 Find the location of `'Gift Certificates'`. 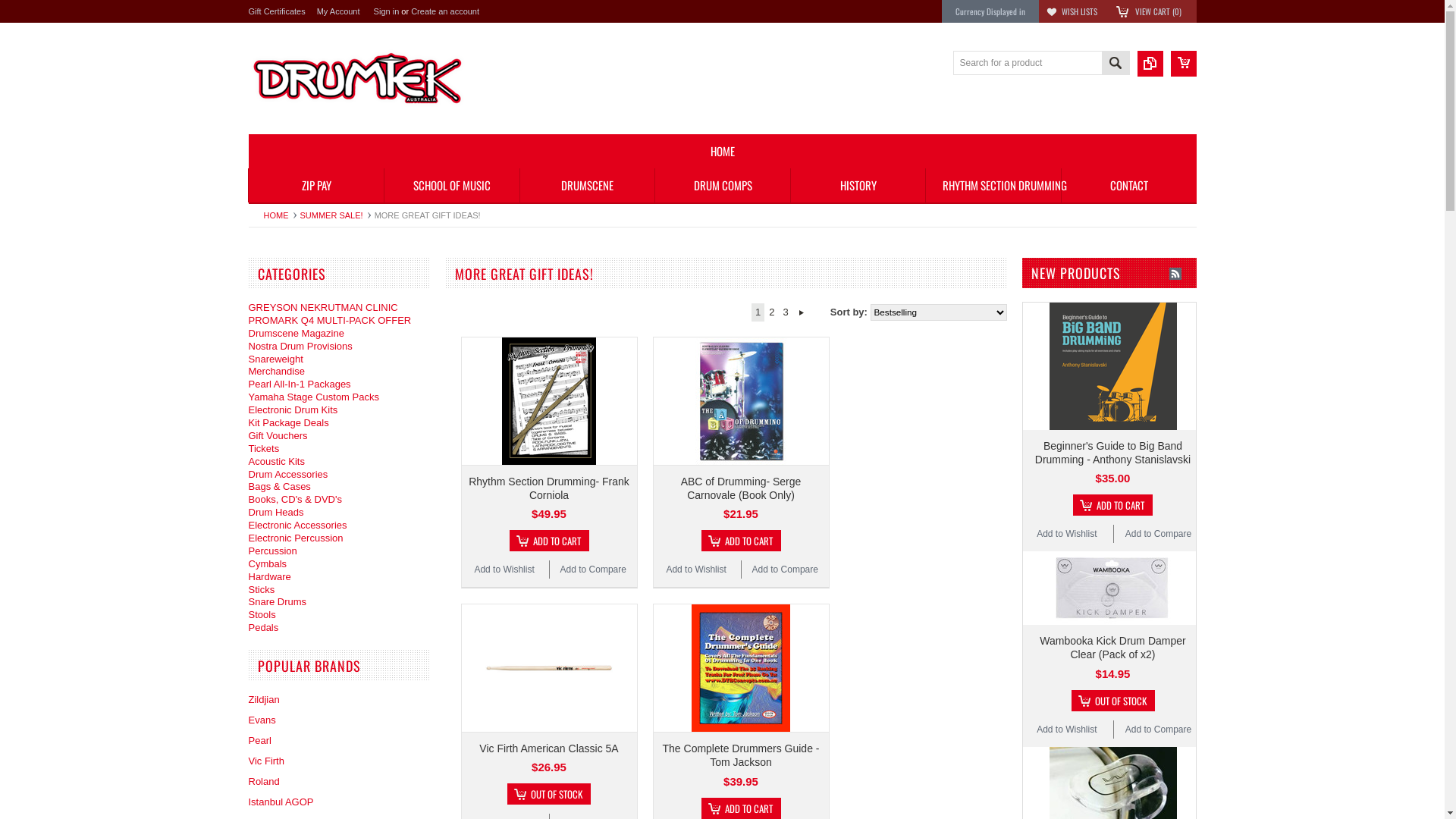

'Gift Certificates' is located at coordinates (277, 11).